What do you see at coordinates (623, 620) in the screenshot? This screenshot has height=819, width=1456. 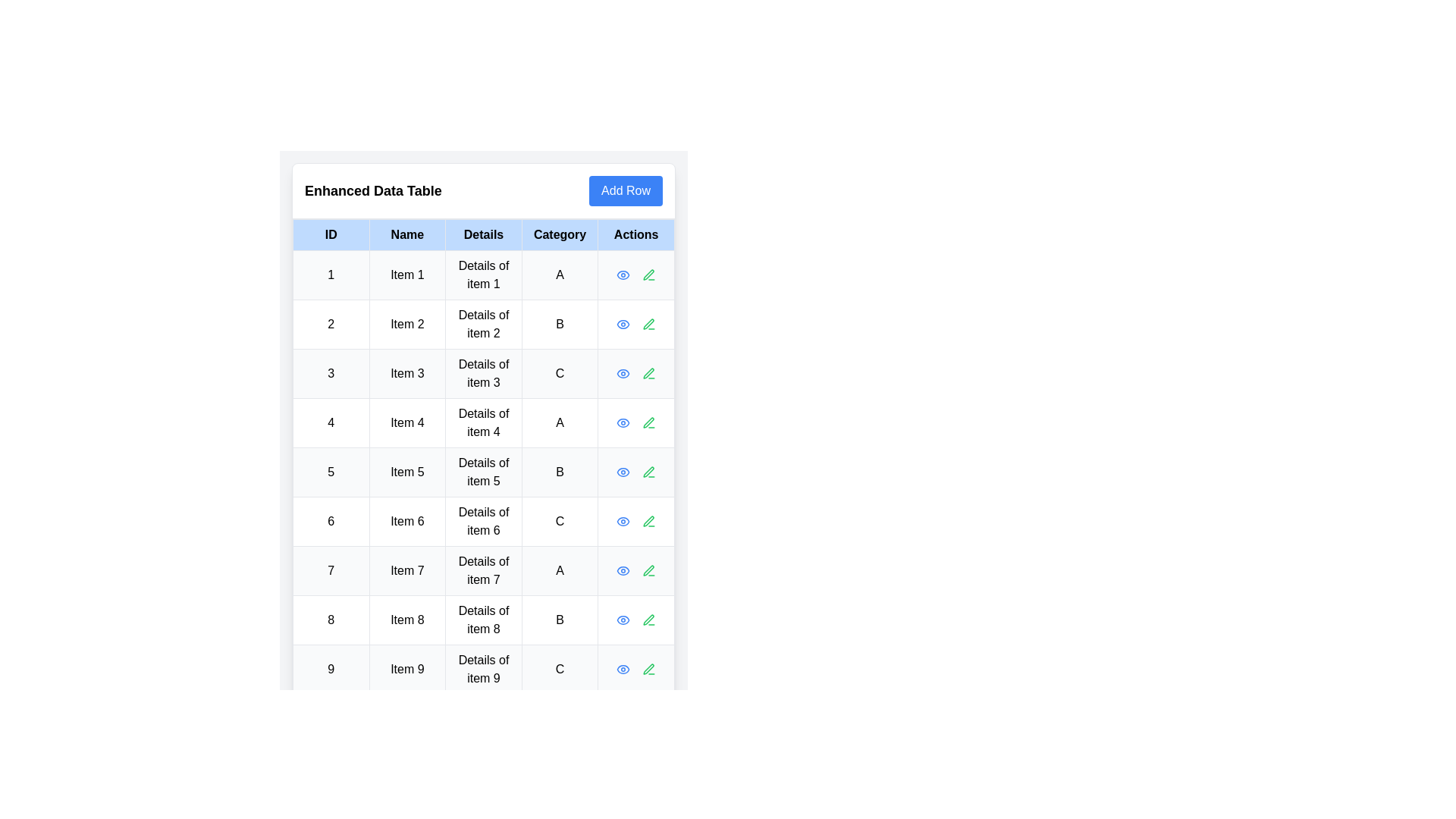 I see `the eye icon in the 'Actions' column of the eighth row of the data table` at bounding box center [623, 620].